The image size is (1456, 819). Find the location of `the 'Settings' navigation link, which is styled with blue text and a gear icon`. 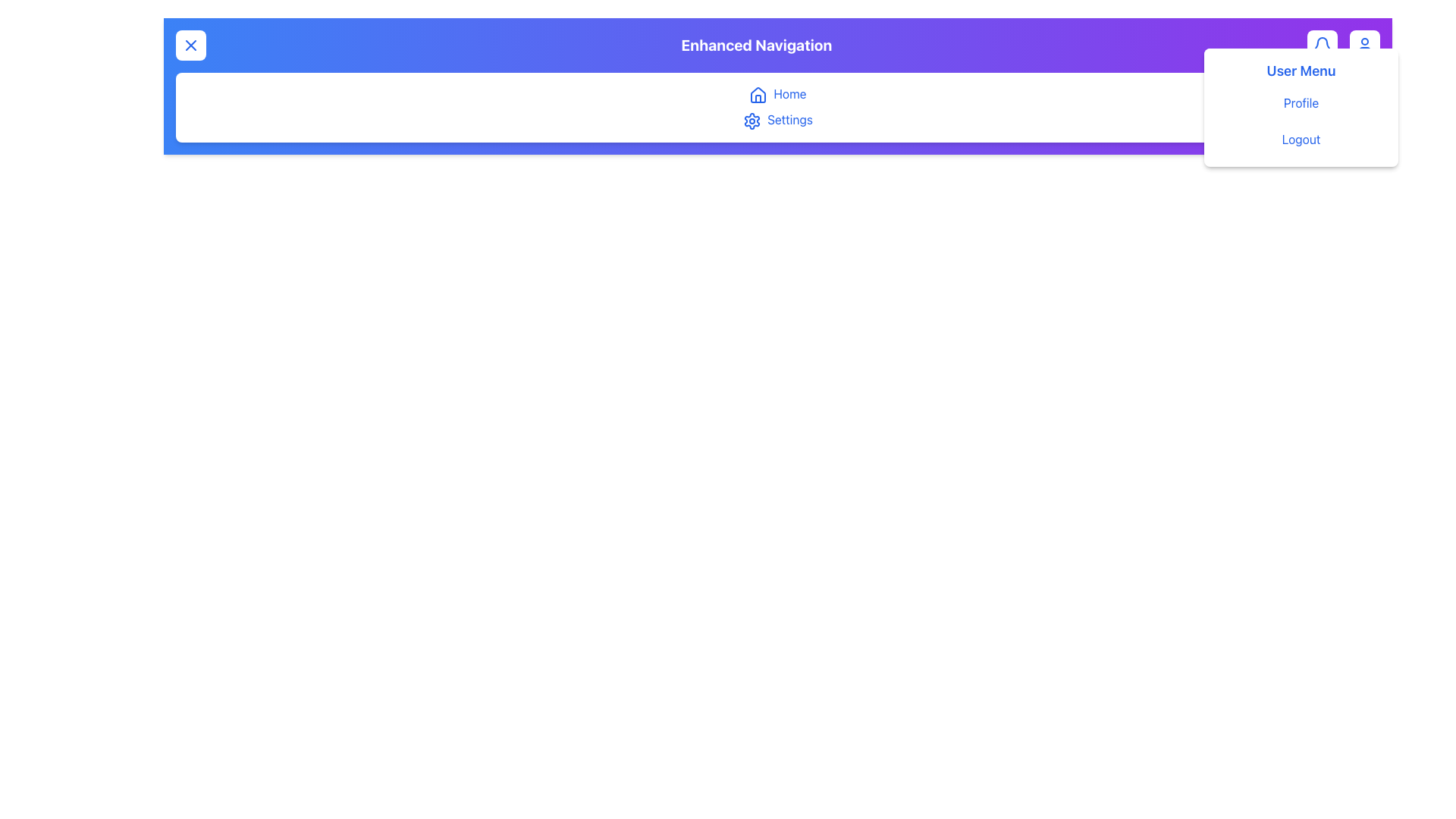

the 'Settings' navigation link, which is styled with blue text and a gear icon is located at coordinates (778, 119).